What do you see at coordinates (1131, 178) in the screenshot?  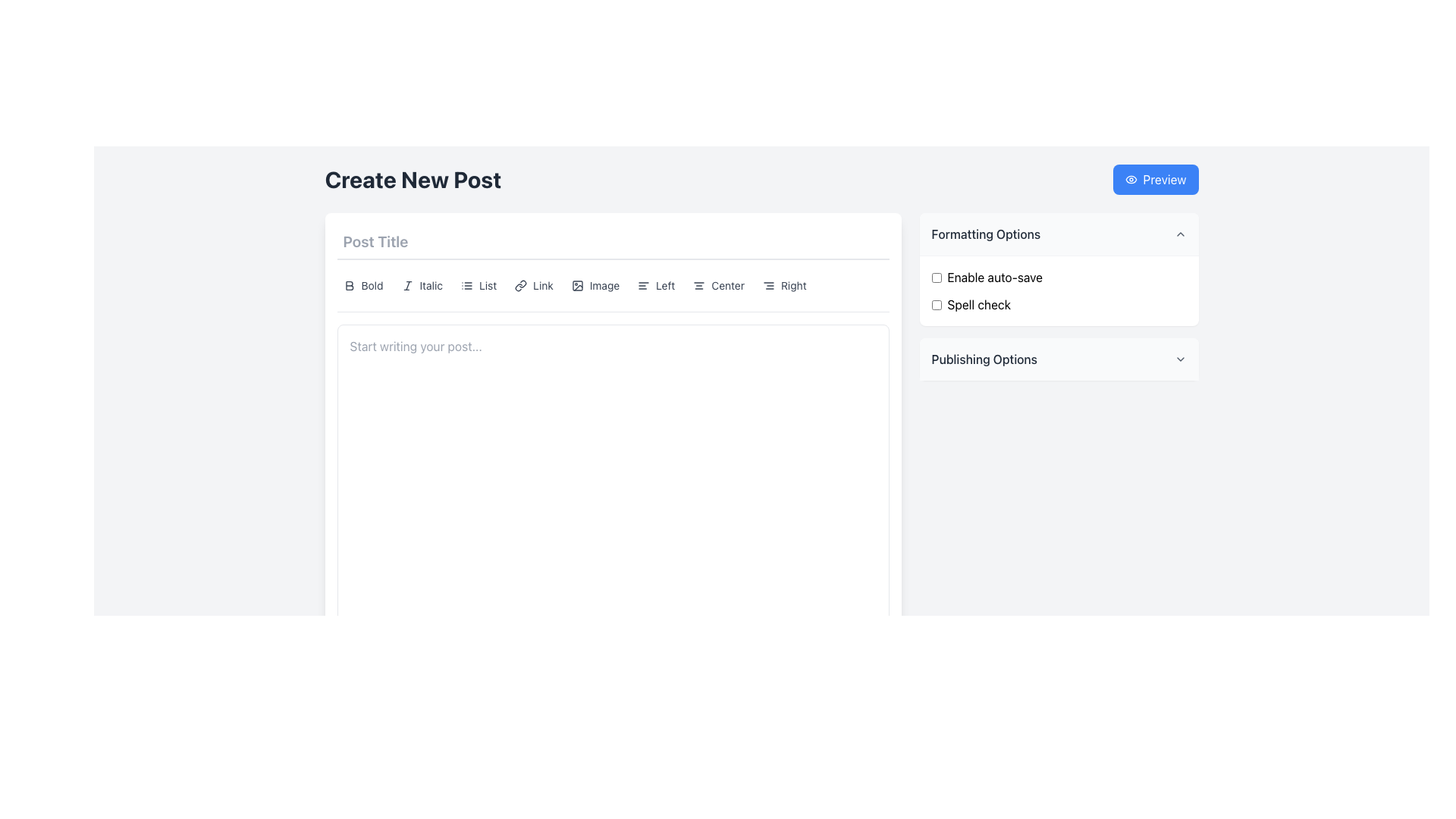 I see `the leftmost eye icon in the upper right corner of the interface` at bounding box center [1131, 178].